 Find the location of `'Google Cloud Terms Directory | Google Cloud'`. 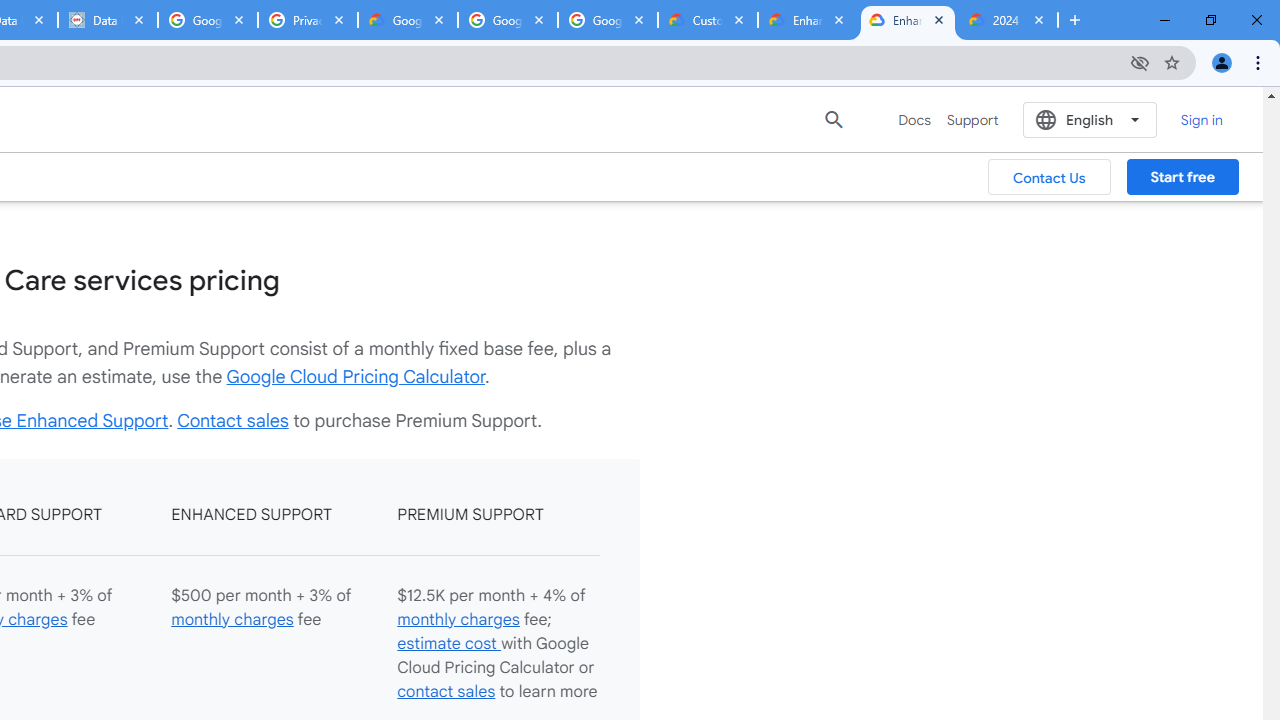

'Google Cloud Terms Directory | Google Cloud' is located at coordinates (407, 20).